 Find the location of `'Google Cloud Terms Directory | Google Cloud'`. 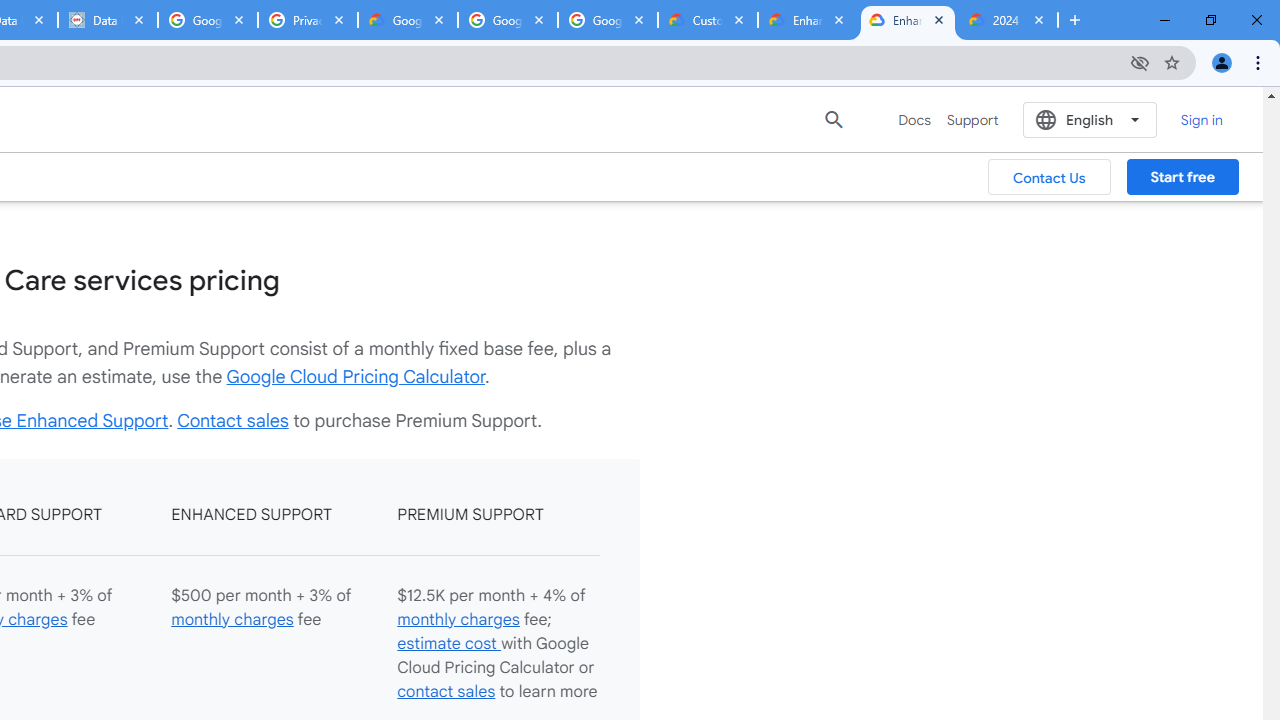

'Google Cloud Terms Directory | Google Cloud' is located at coordinates (407, 20).